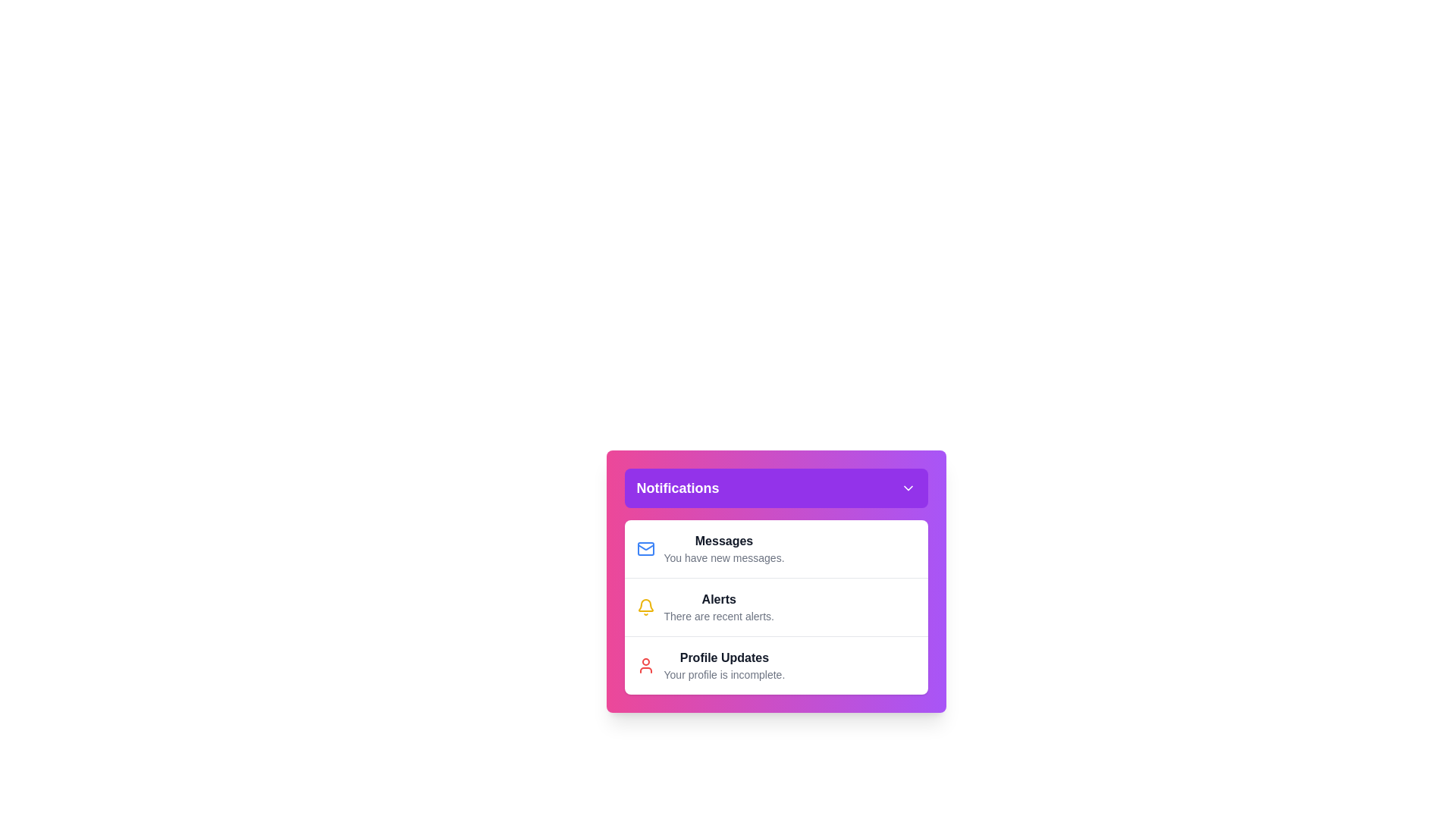 The height and width of the screenshot is (819, 1456). What do you see at coordinates (645, 665) in the screenshot?
I see `the user silhouette icon, which is styled in red and located in the 'Profile Updates' notification row in the Notifications dropdown` at bounding box center [645, 665].